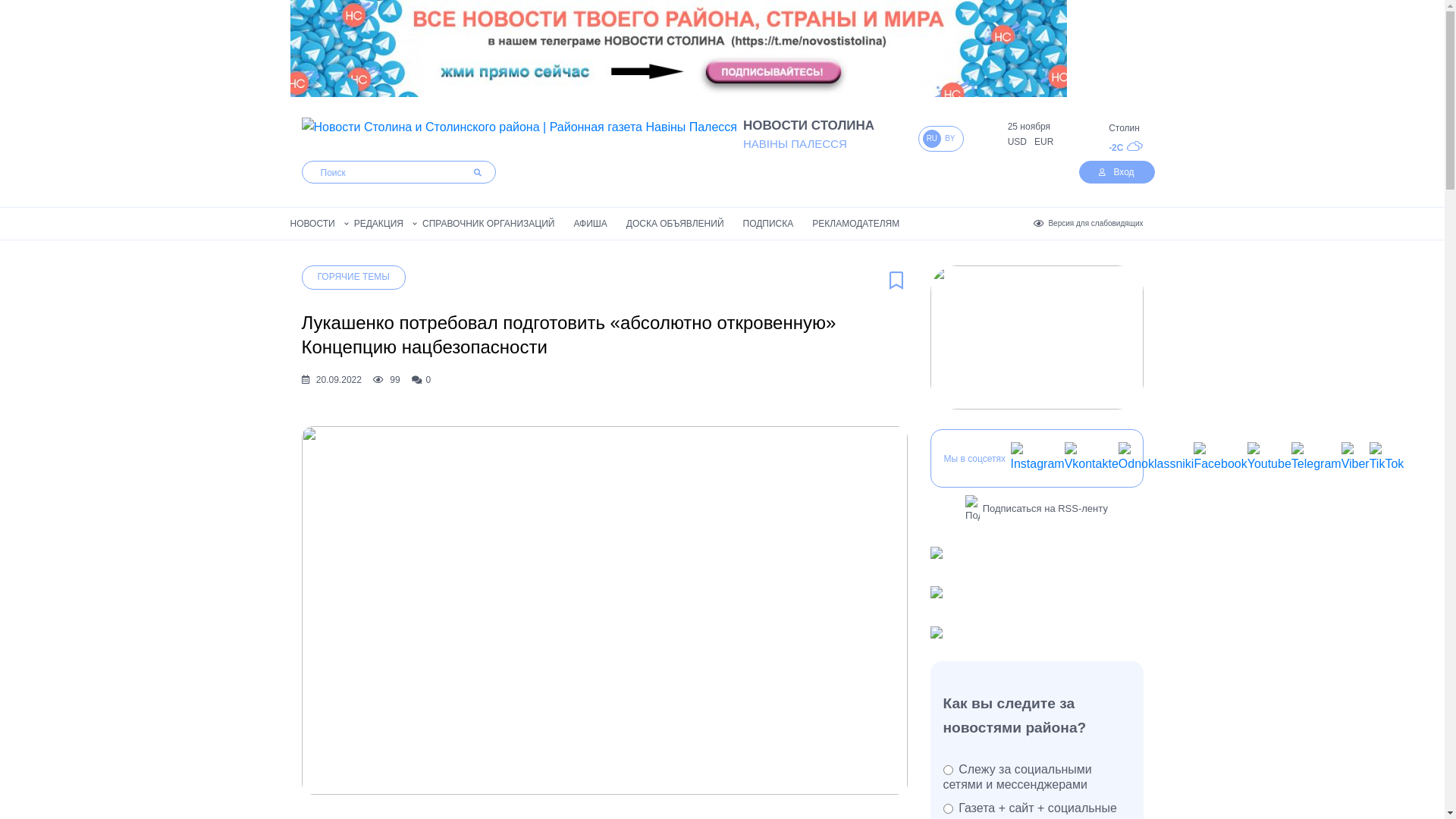 This screenshot has height=819, width=1456. Describe the element at coordinates (930, 139) in the screenshot. I see `'RU'` at that location.